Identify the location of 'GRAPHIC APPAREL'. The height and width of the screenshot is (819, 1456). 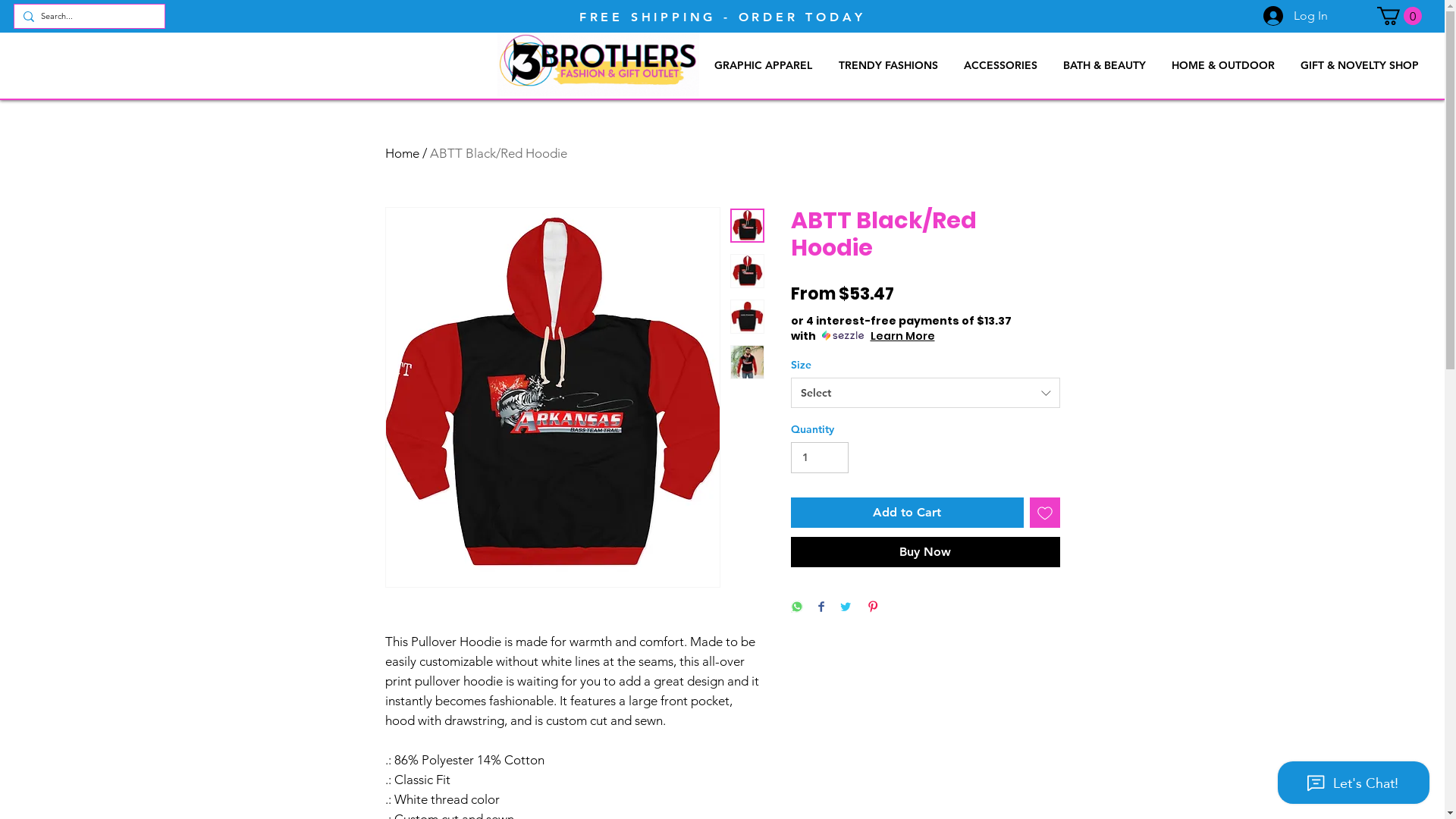
(763, 64).